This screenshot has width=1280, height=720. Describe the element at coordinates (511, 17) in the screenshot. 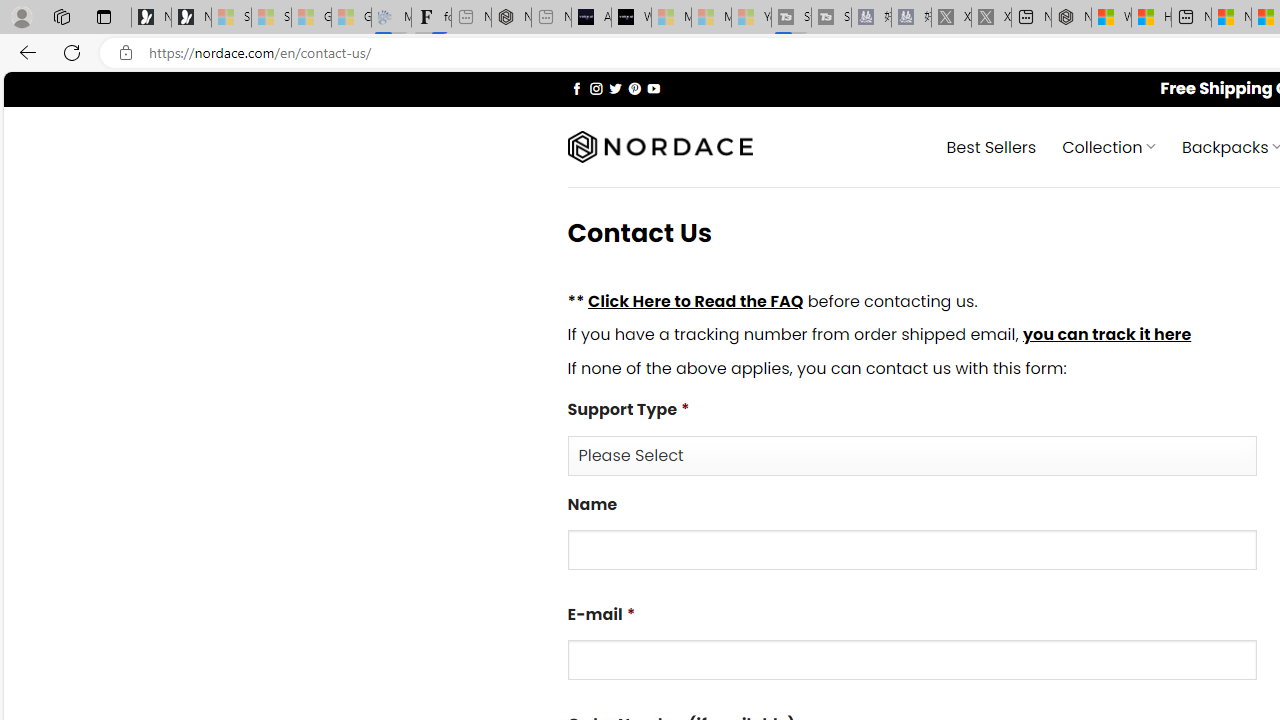

I see `'Nordace - #1 Japanese Best-Seller - Siena Smart Backpack'` at that location.